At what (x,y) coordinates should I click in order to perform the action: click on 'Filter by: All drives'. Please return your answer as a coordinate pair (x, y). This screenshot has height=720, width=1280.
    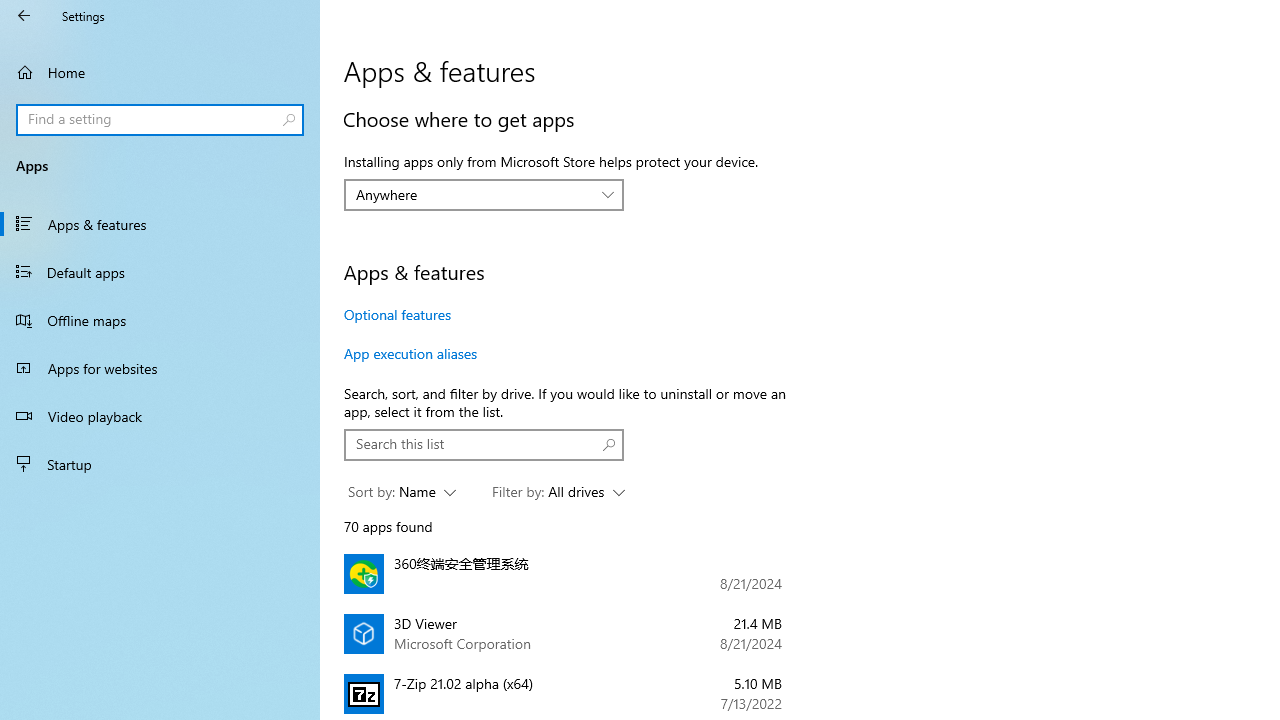
    Looking at the image, I should click on (558, 492).